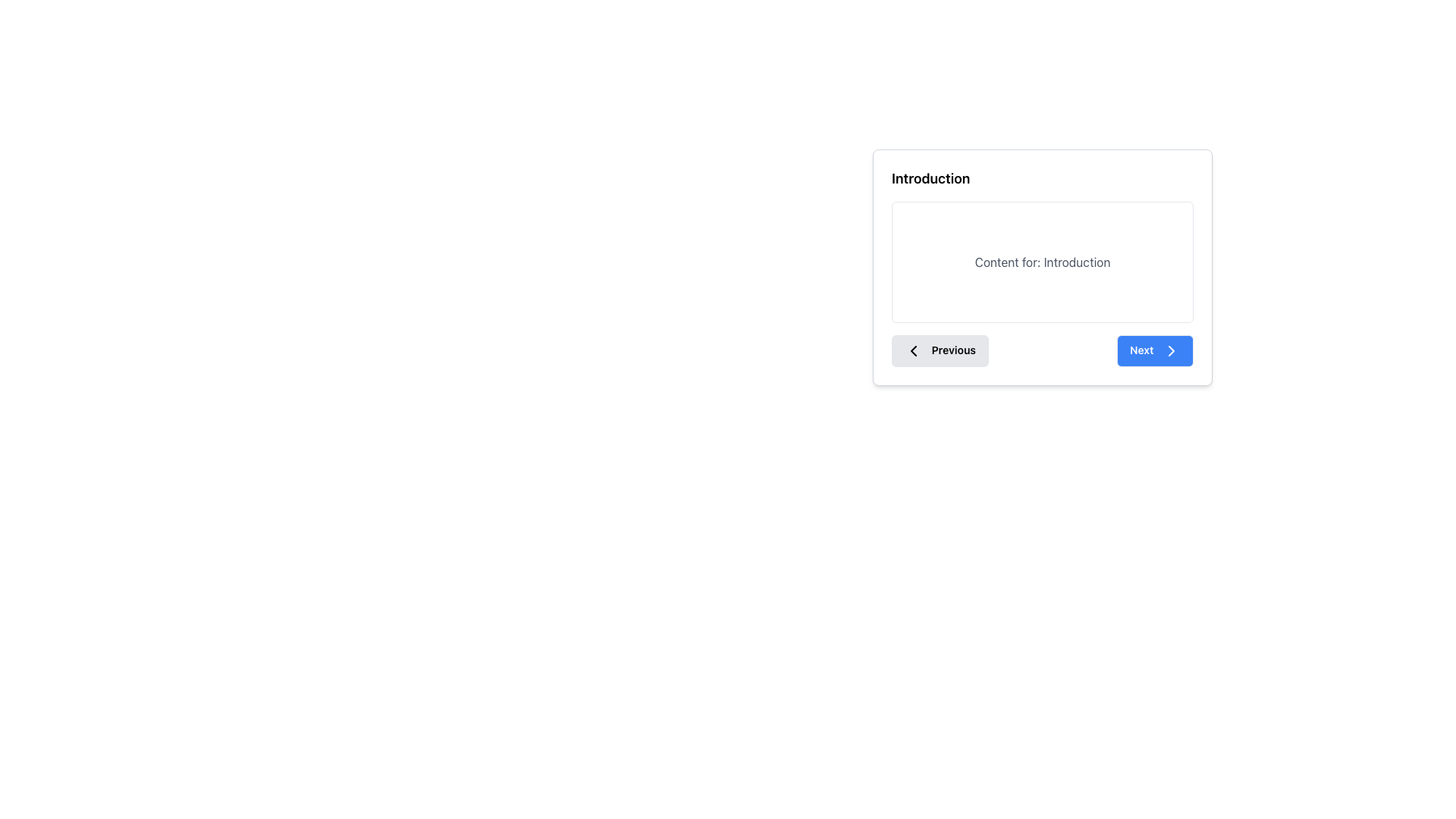  What do you see at coordinates (1171, 350) in the screenshot?
I see `the right-arrow chevron icon located to the right of the 'Next' button` at bounding box center [1171, 350].